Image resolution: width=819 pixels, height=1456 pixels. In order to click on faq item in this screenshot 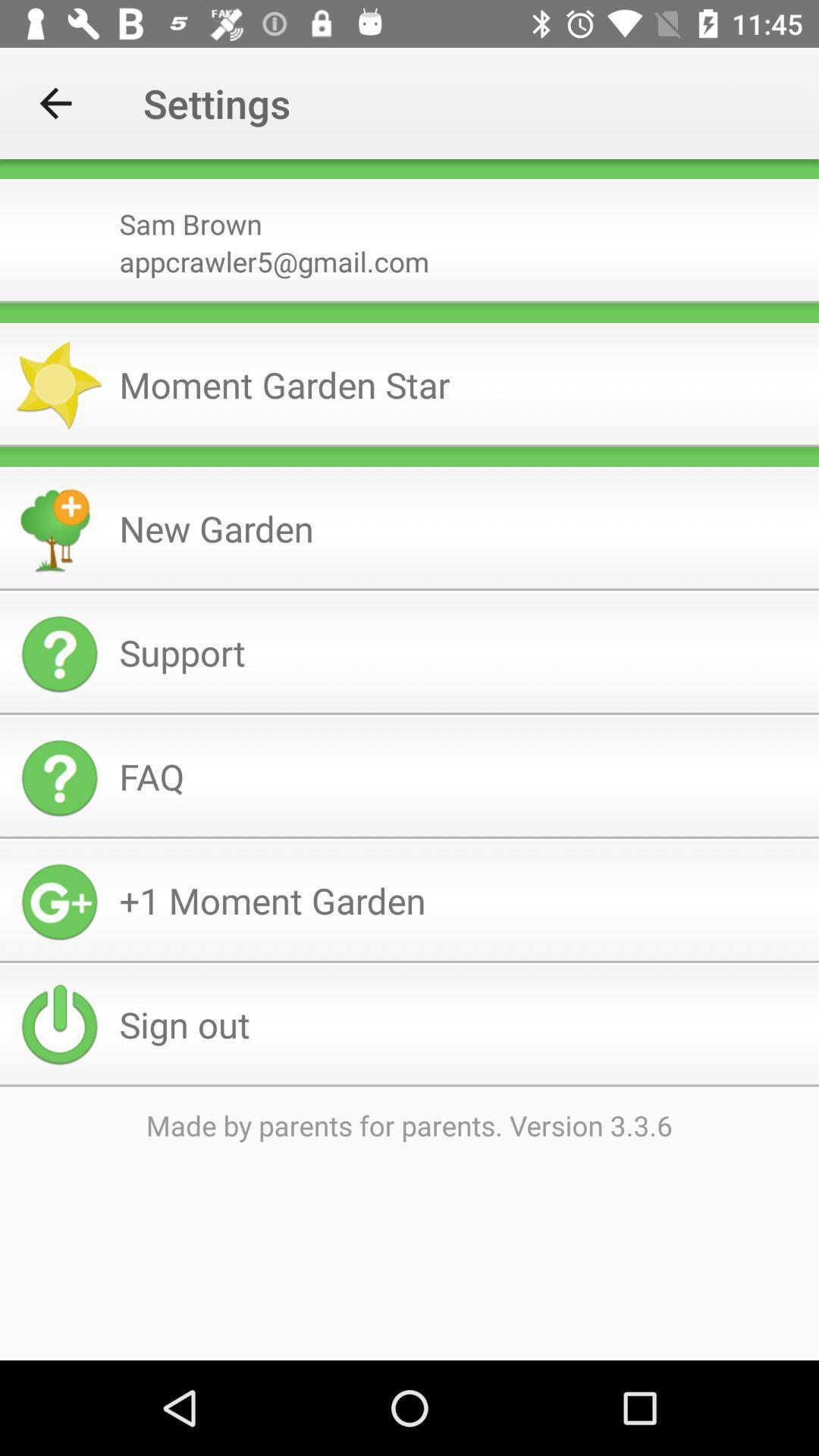, I will do `click(462, 777)`.